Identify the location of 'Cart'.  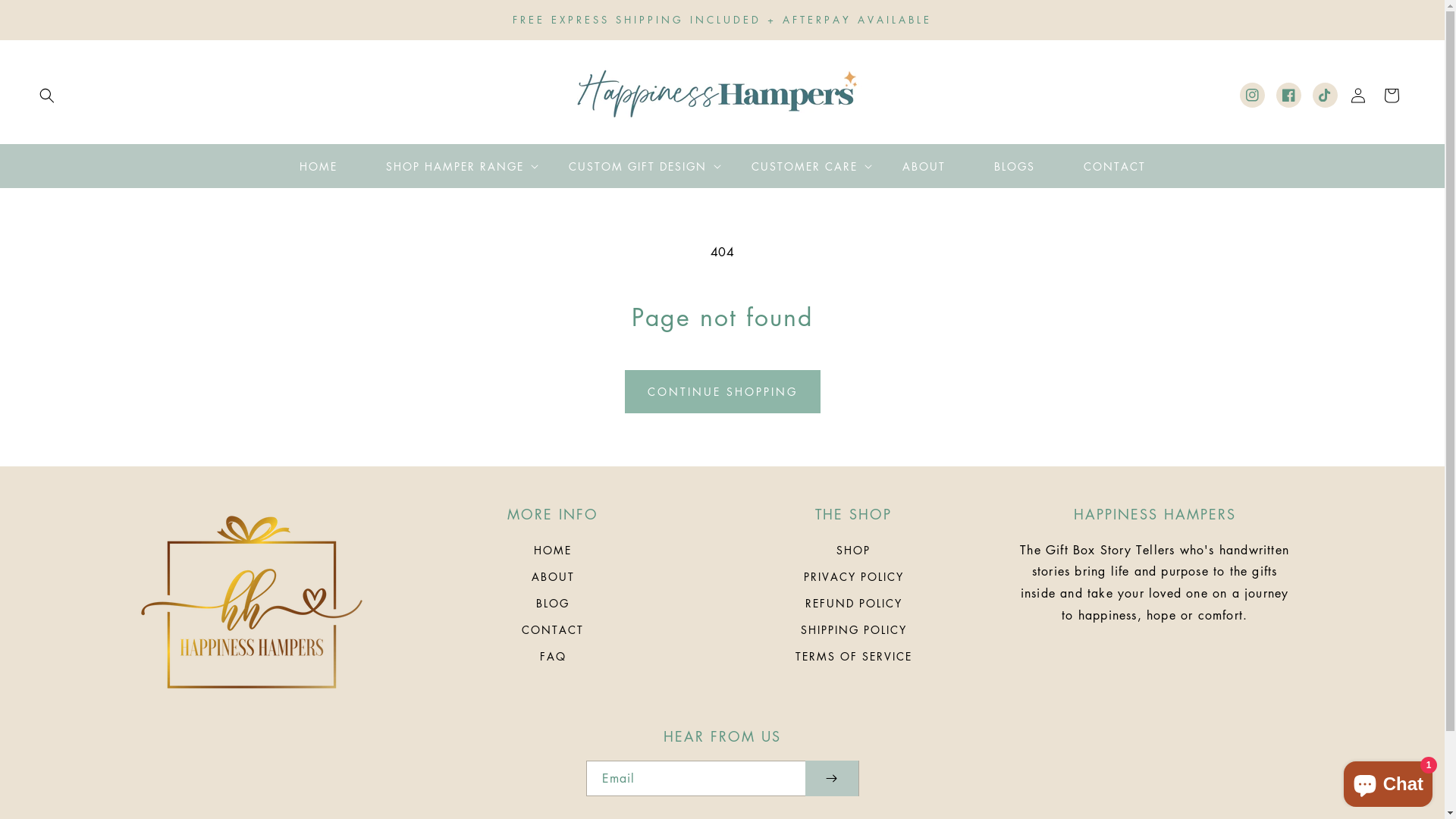
(1375, 96).